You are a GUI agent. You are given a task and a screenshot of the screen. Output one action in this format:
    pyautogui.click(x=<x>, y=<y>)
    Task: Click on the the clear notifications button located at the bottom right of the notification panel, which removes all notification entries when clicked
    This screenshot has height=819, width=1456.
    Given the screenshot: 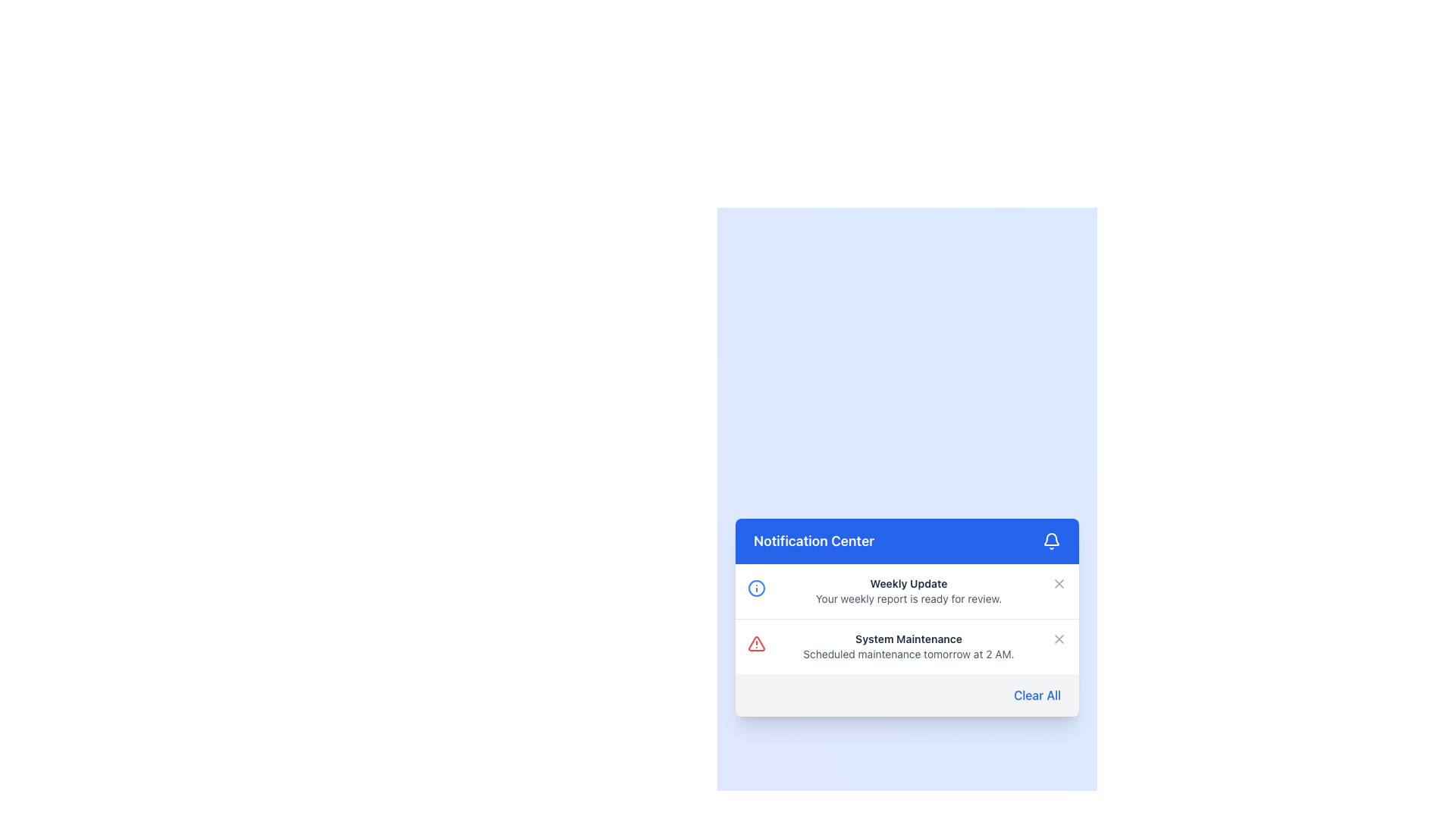 What is the action you would take?
    pyautogui.click(x=907, y=695)
    